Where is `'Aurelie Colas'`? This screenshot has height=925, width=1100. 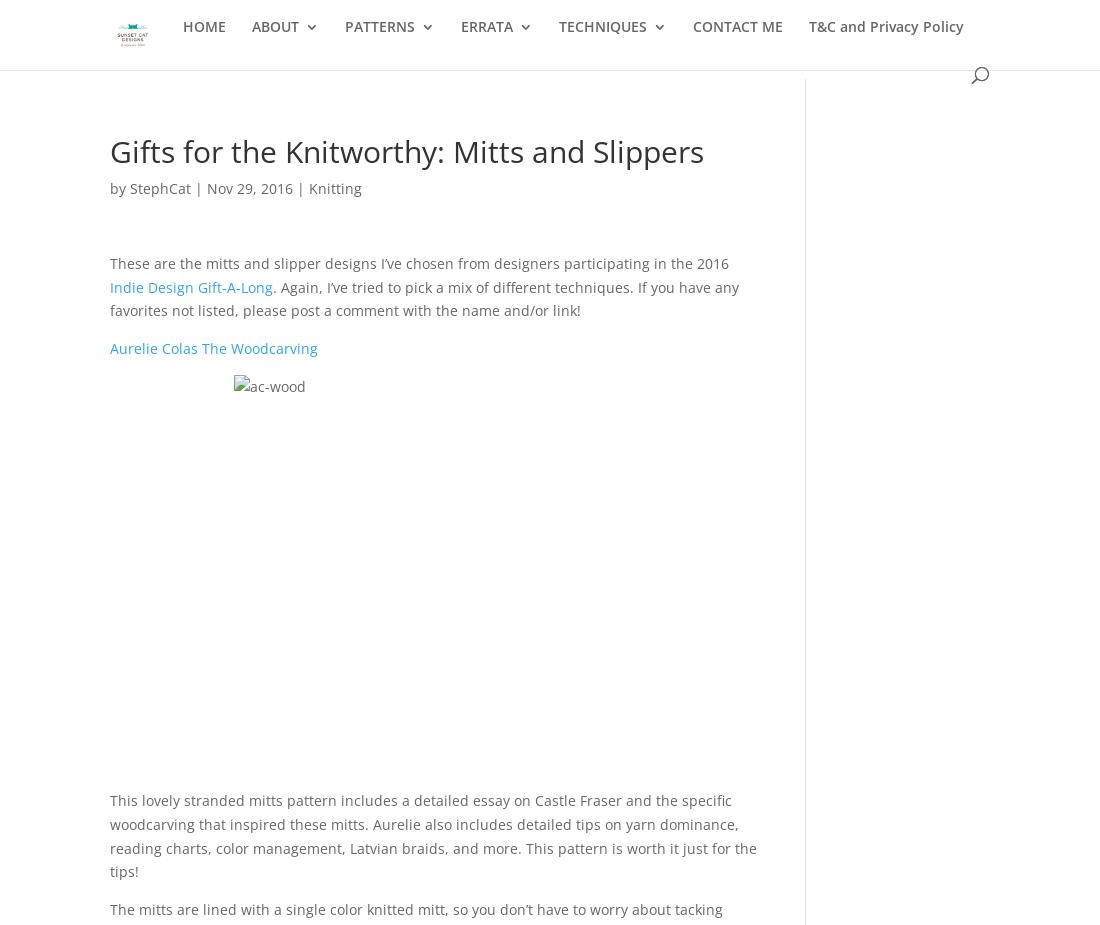
'Aurelie Colas' is located at coordinates (153, 347).